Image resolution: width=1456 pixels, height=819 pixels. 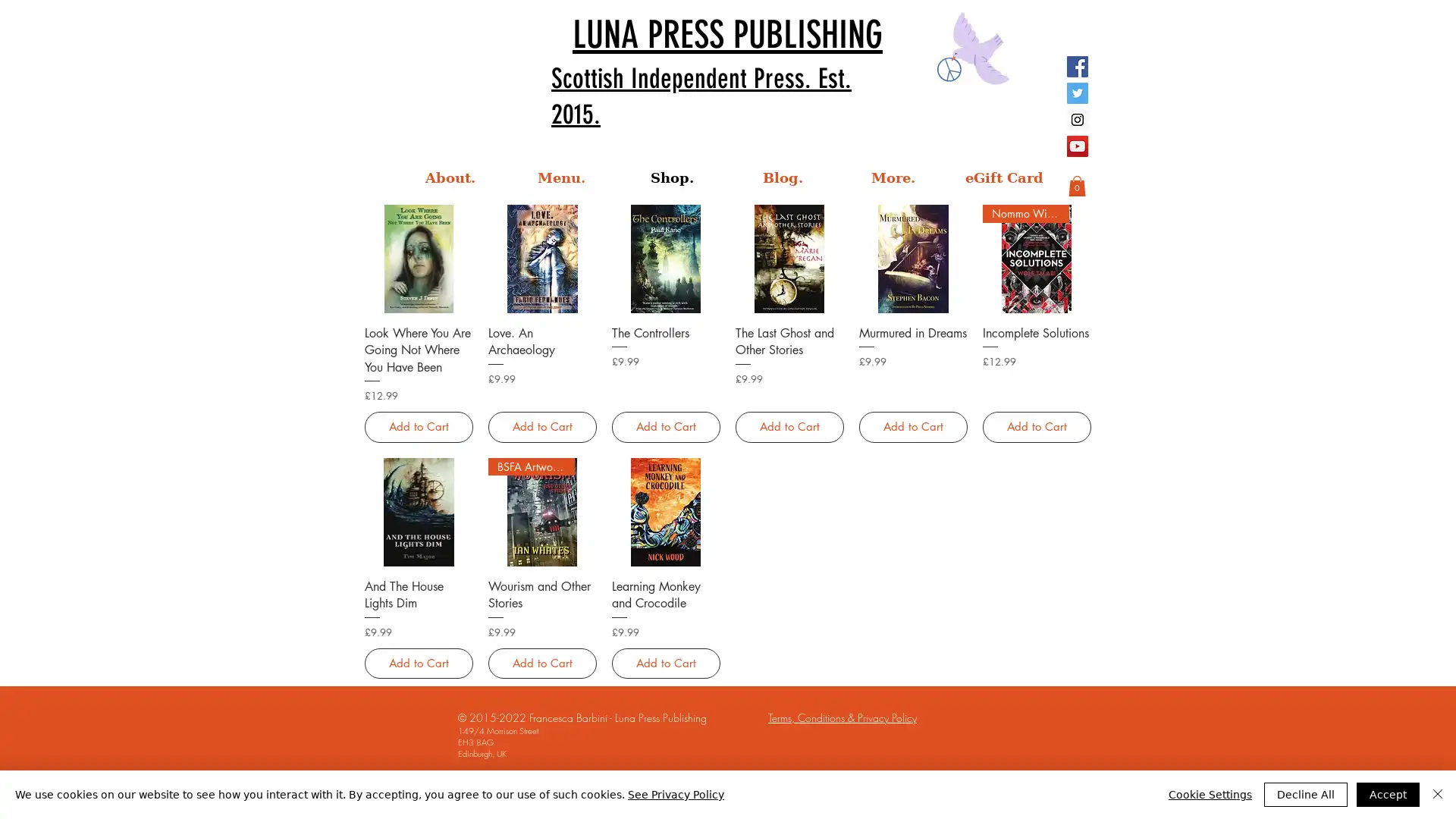 What do you see at coordinates (541, 330) in the screenshot?
I see `Quick View` at bounding box center [541, 330].